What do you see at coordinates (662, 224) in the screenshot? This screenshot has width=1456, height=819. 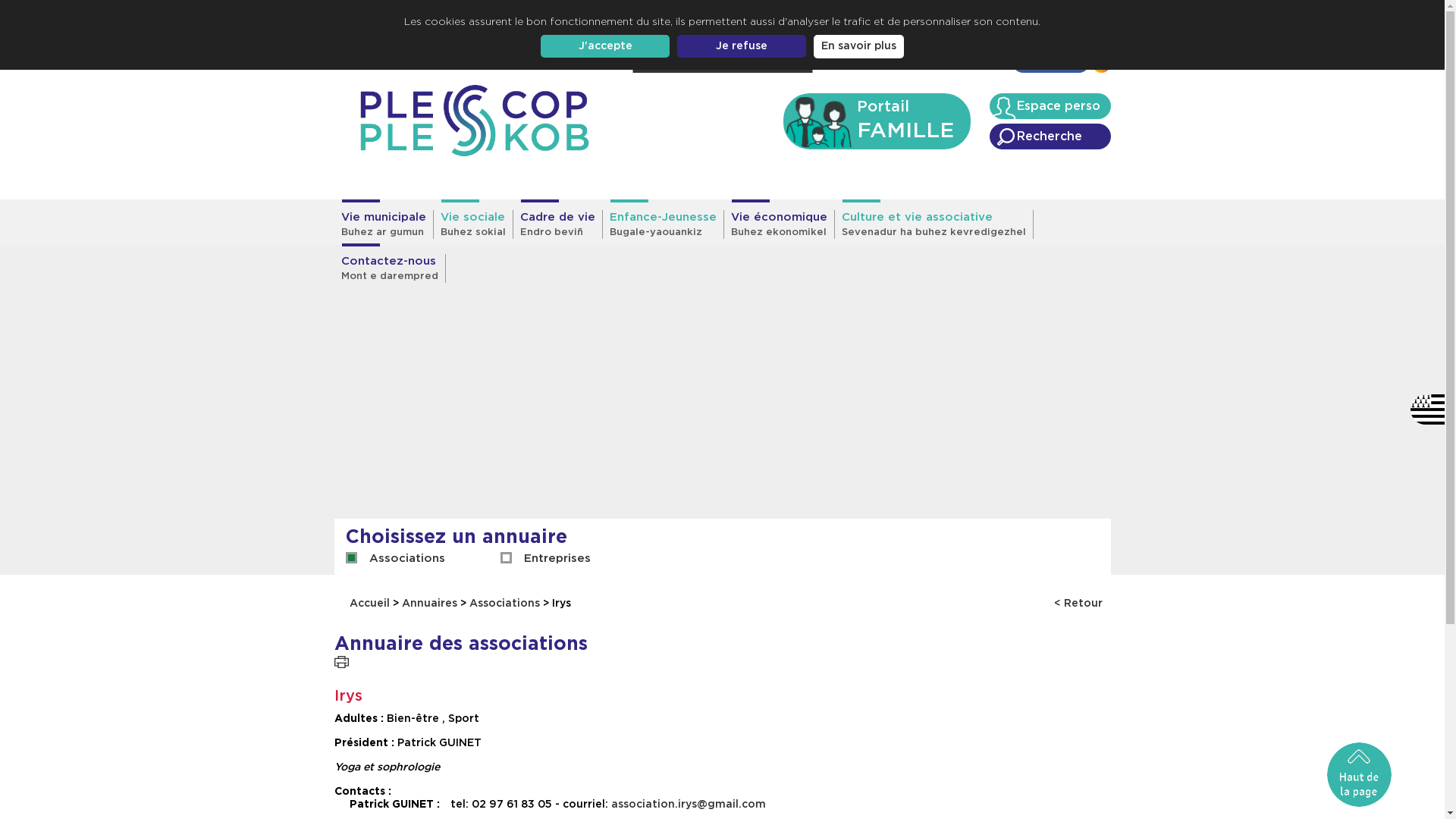 I see `'Enfance-Jeunesse` at bounding box center [662, 224].